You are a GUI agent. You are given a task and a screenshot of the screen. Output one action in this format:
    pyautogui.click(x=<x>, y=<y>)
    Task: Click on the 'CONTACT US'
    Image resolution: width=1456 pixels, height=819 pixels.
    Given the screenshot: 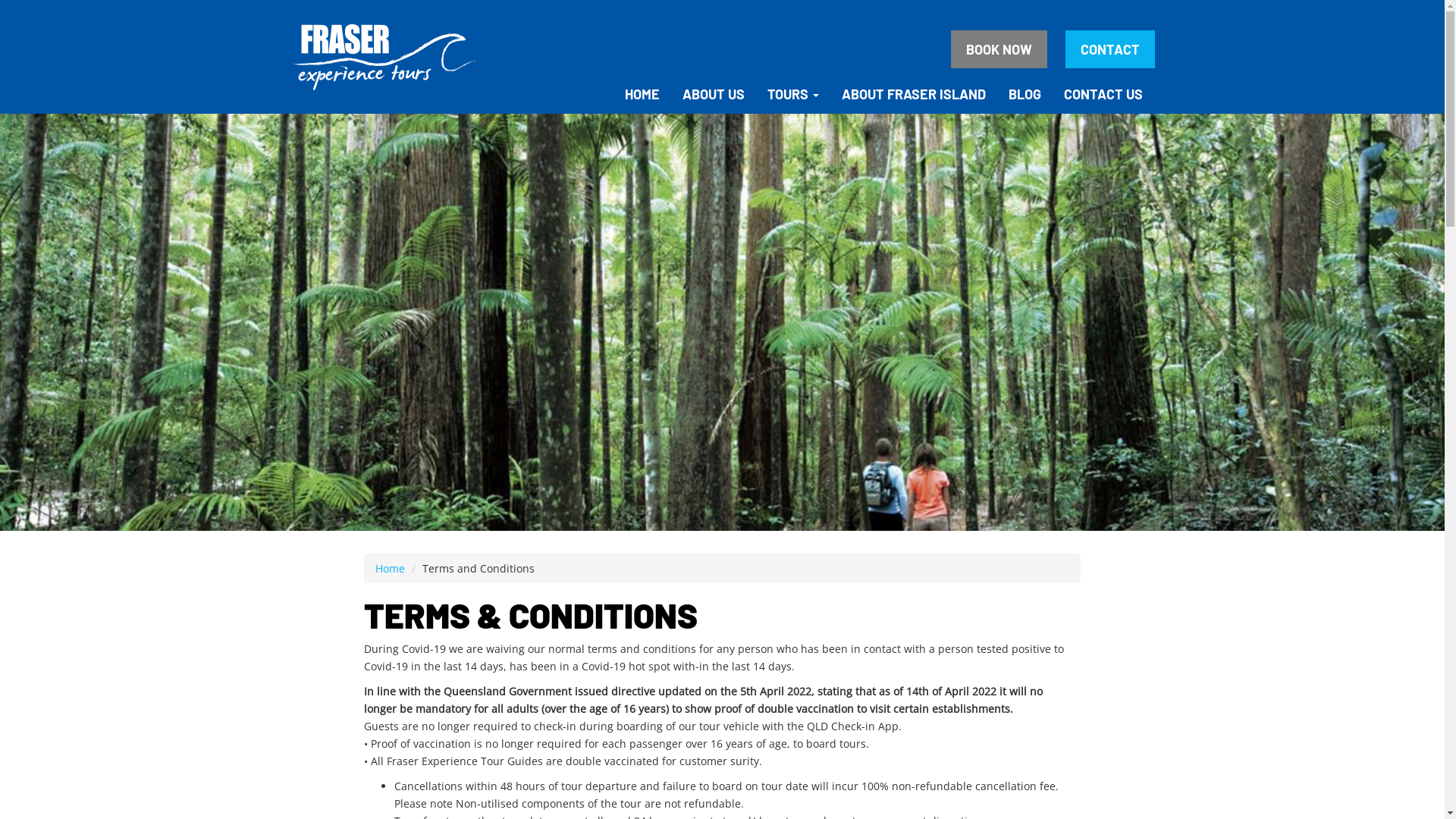 What is the action you would take?
    pyautogui.click(x=1051, y=93)
    